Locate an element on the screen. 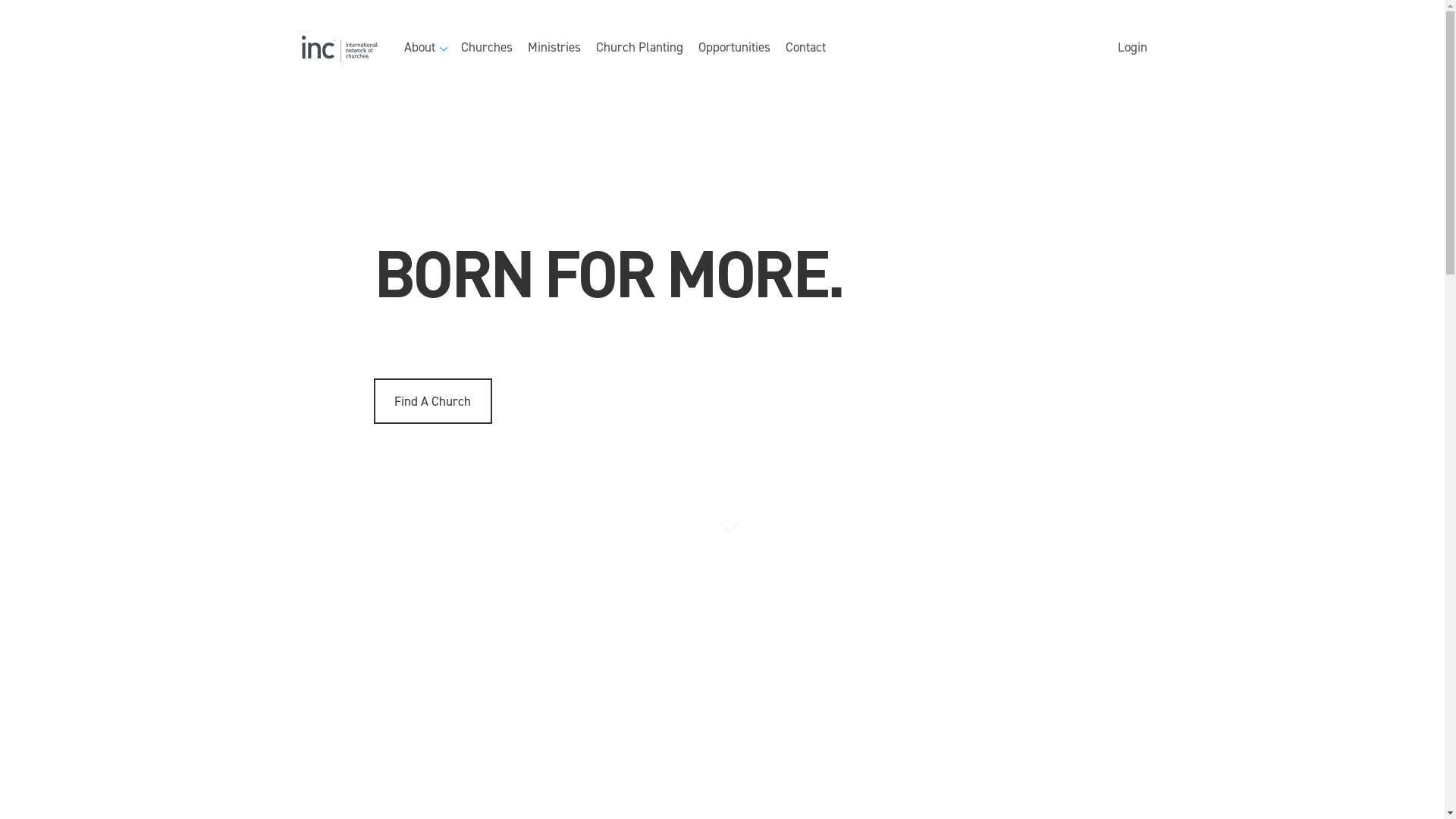  'Churches' is located at coordinates (487, 48).